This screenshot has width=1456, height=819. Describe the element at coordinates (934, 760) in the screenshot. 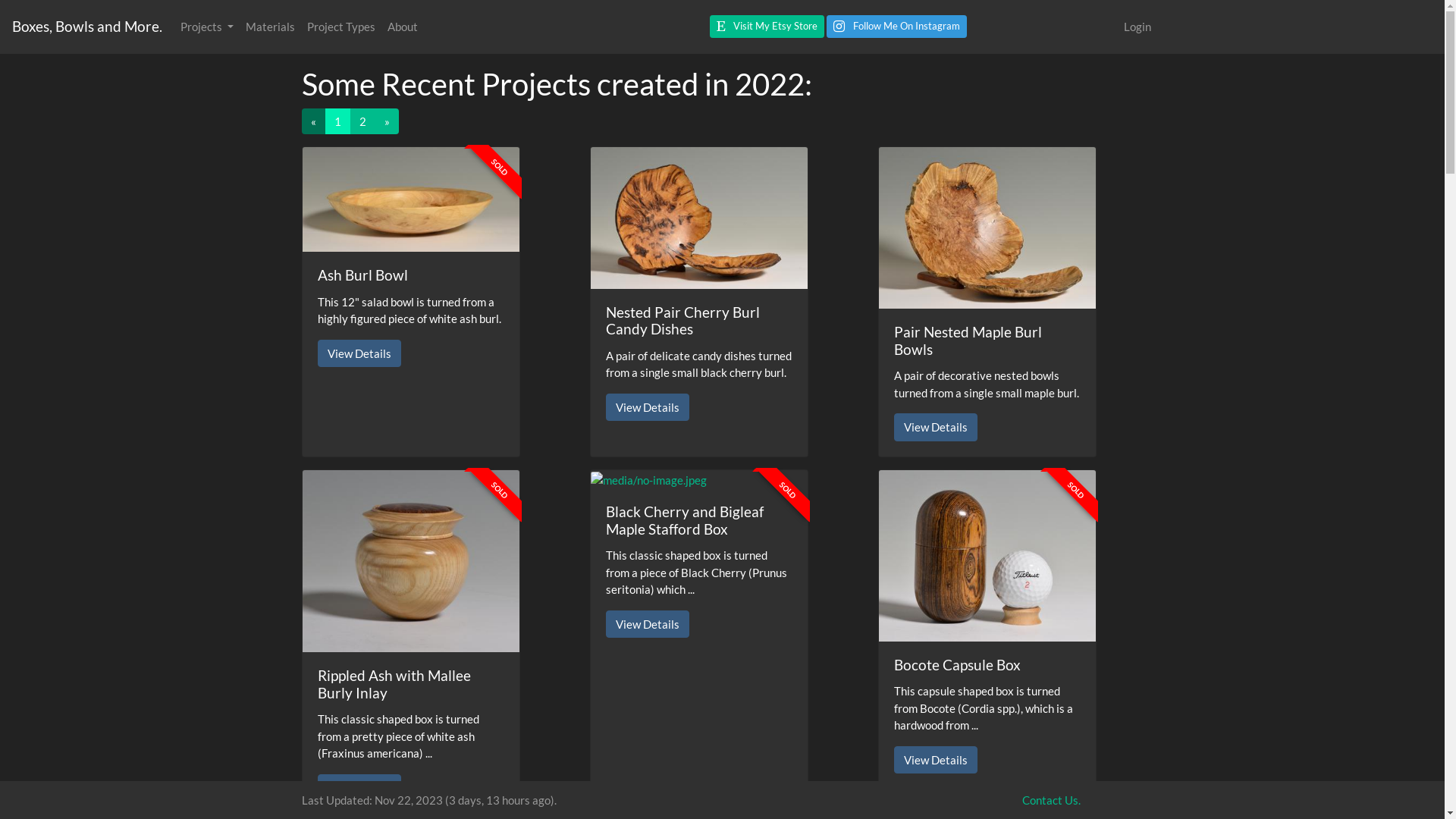

I see `'View Details'` at that location.